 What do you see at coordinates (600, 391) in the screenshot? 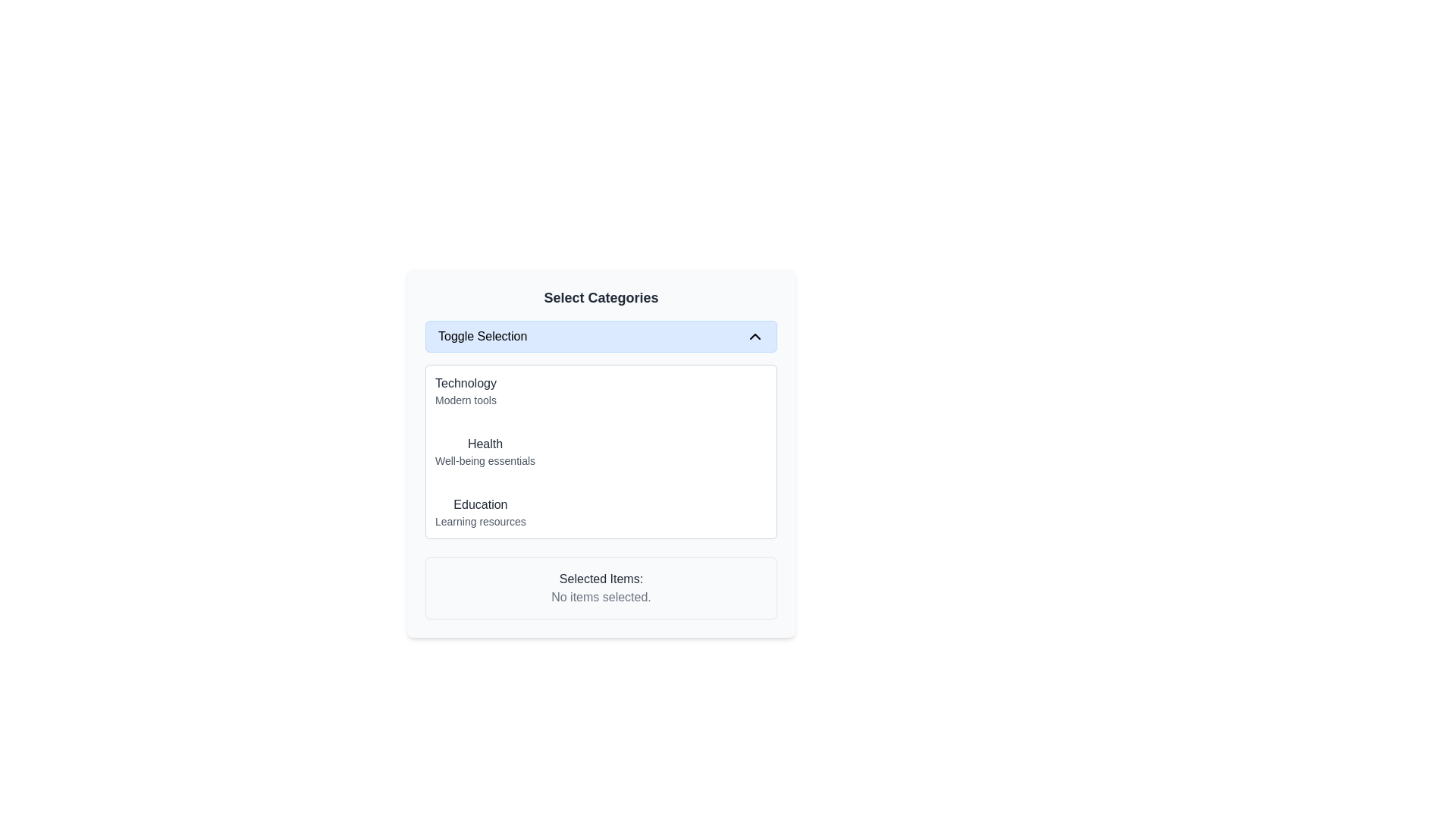
I see `the 'Technology' category button, which is the first item in the selectable list under the 'Select Categories' section` at bounding box center [600, 391].